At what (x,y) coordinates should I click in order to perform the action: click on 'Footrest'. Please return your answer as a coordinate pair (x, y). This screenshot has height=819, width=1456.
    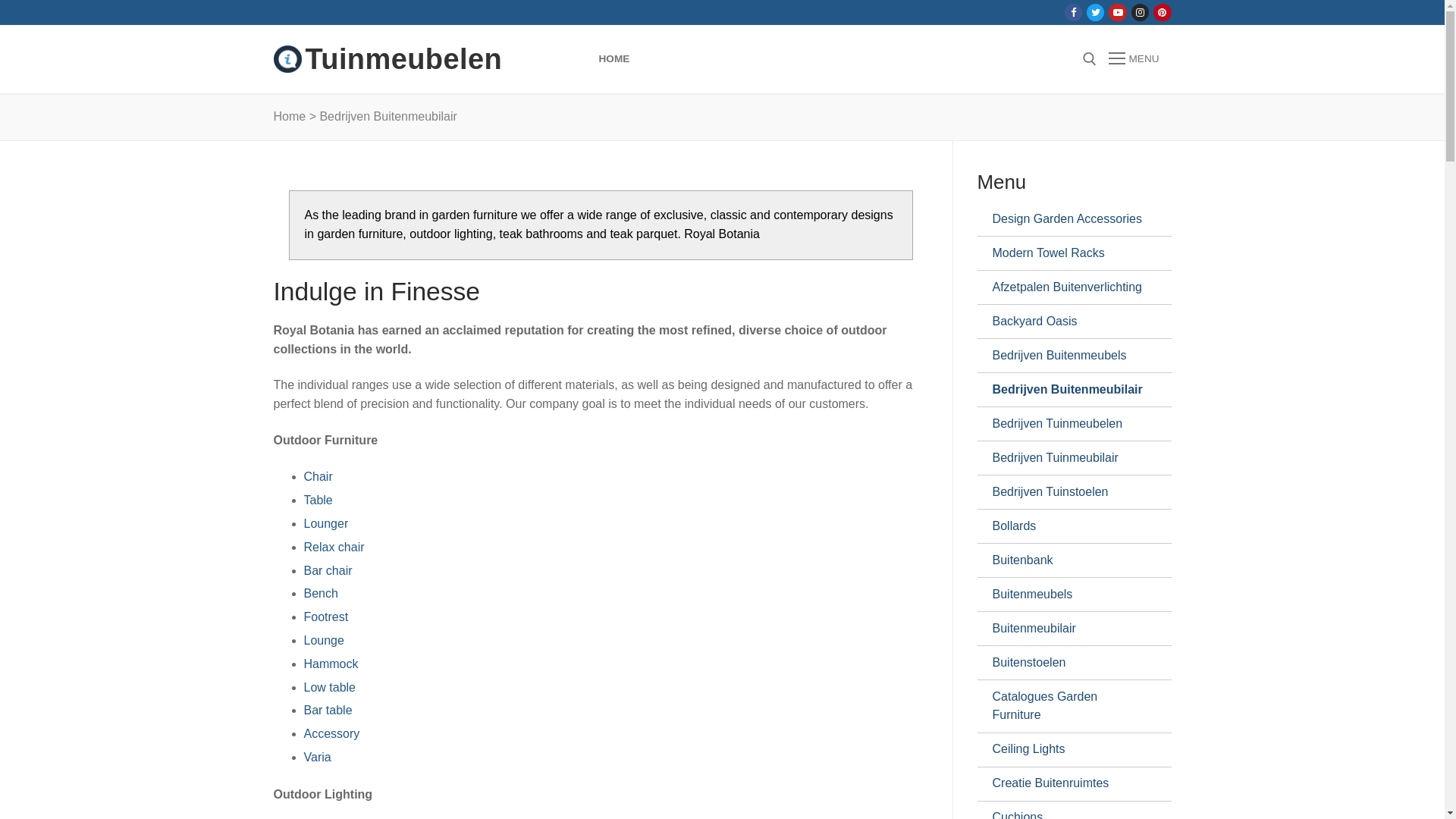
    Looking at the image, I should click on (325, 617).